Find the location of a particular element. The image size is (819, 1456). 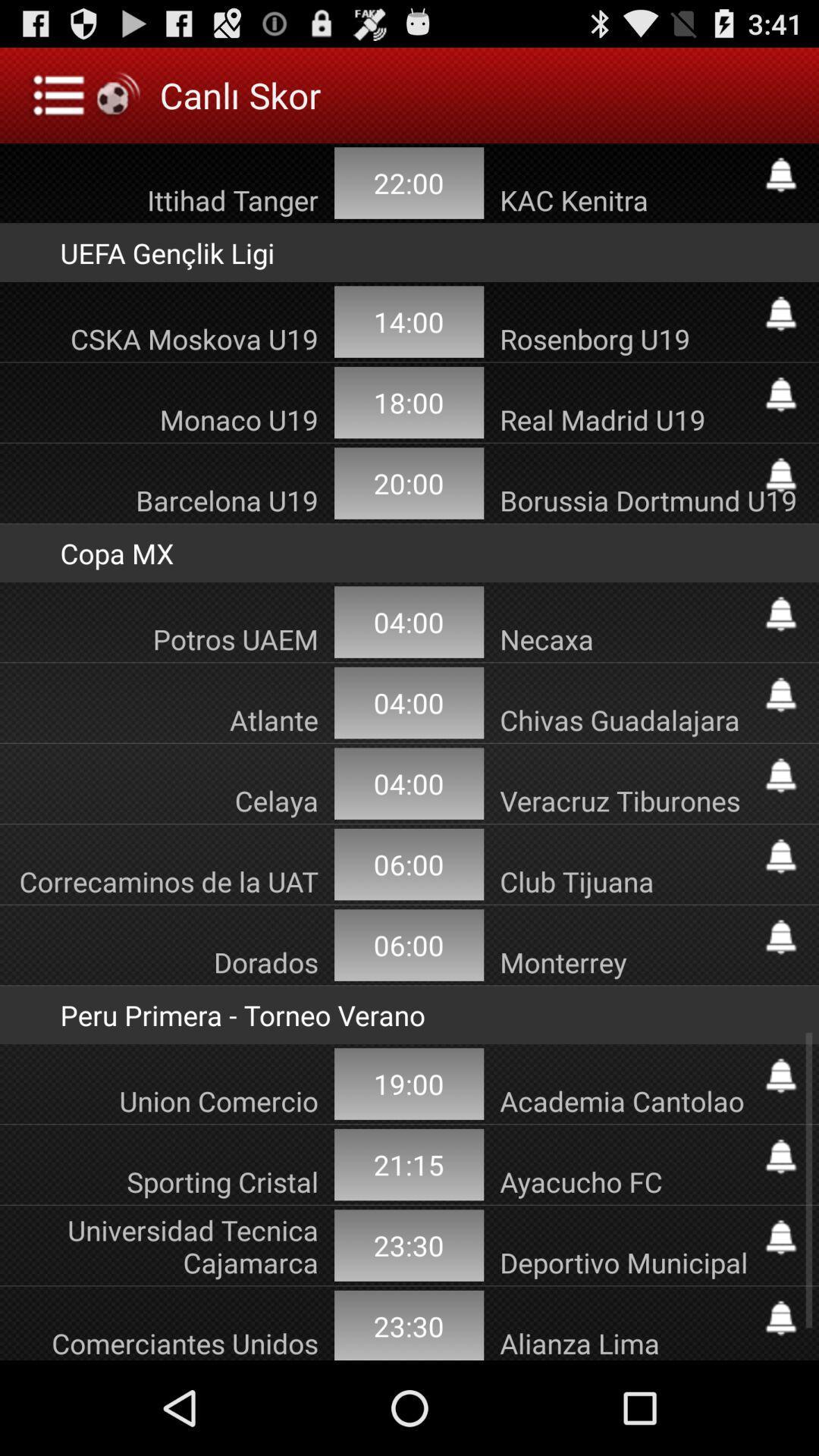

alarm option is located at coordinates (780, 1156).